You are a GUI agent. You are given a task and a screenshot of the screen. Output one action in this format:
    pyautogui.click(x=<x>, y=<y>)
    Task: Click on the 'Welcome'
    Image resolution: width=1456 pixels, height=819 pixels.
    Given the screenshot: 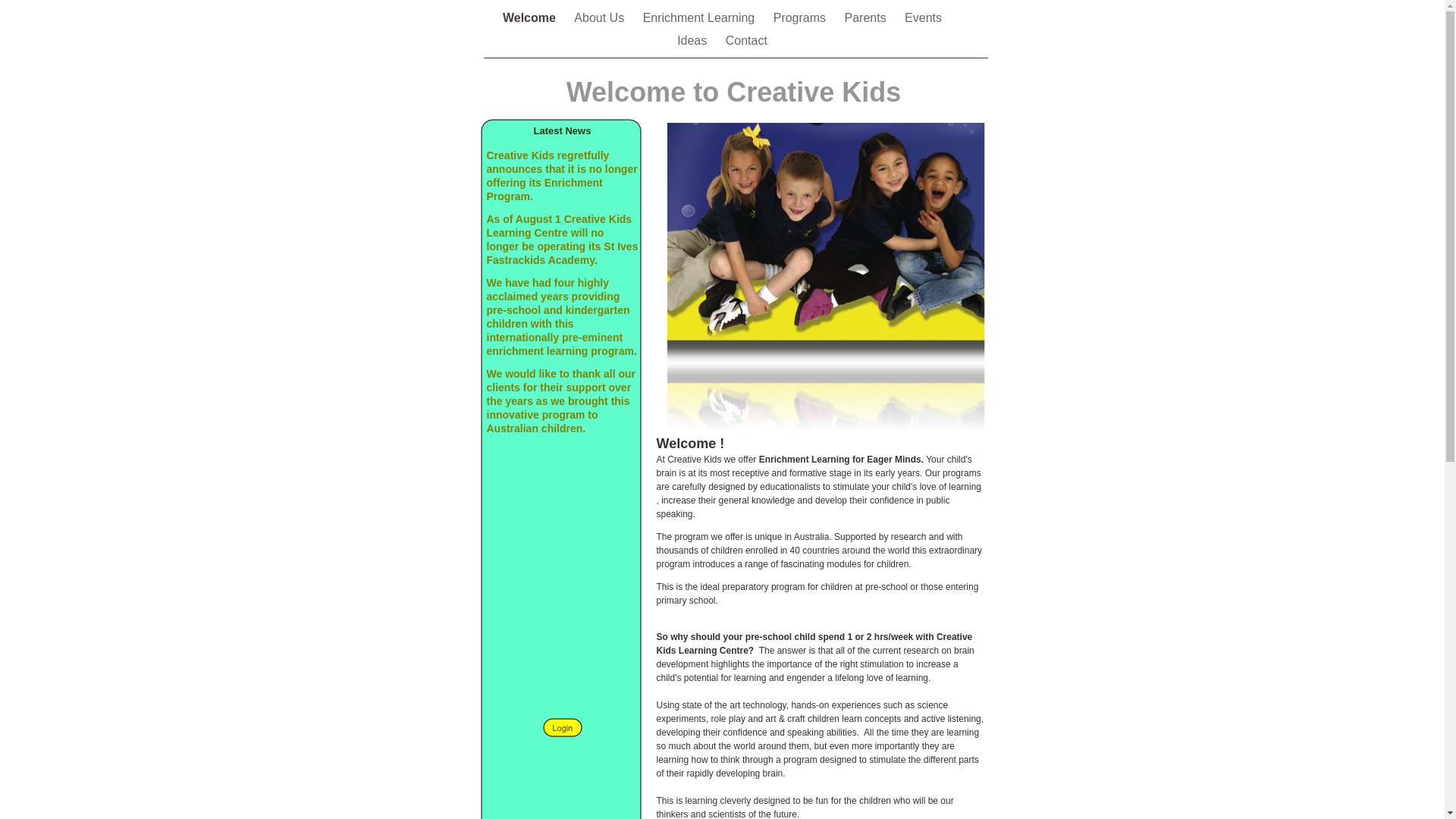 What is the action you would take?
    pyautogui.click(x=531, y=17)
    